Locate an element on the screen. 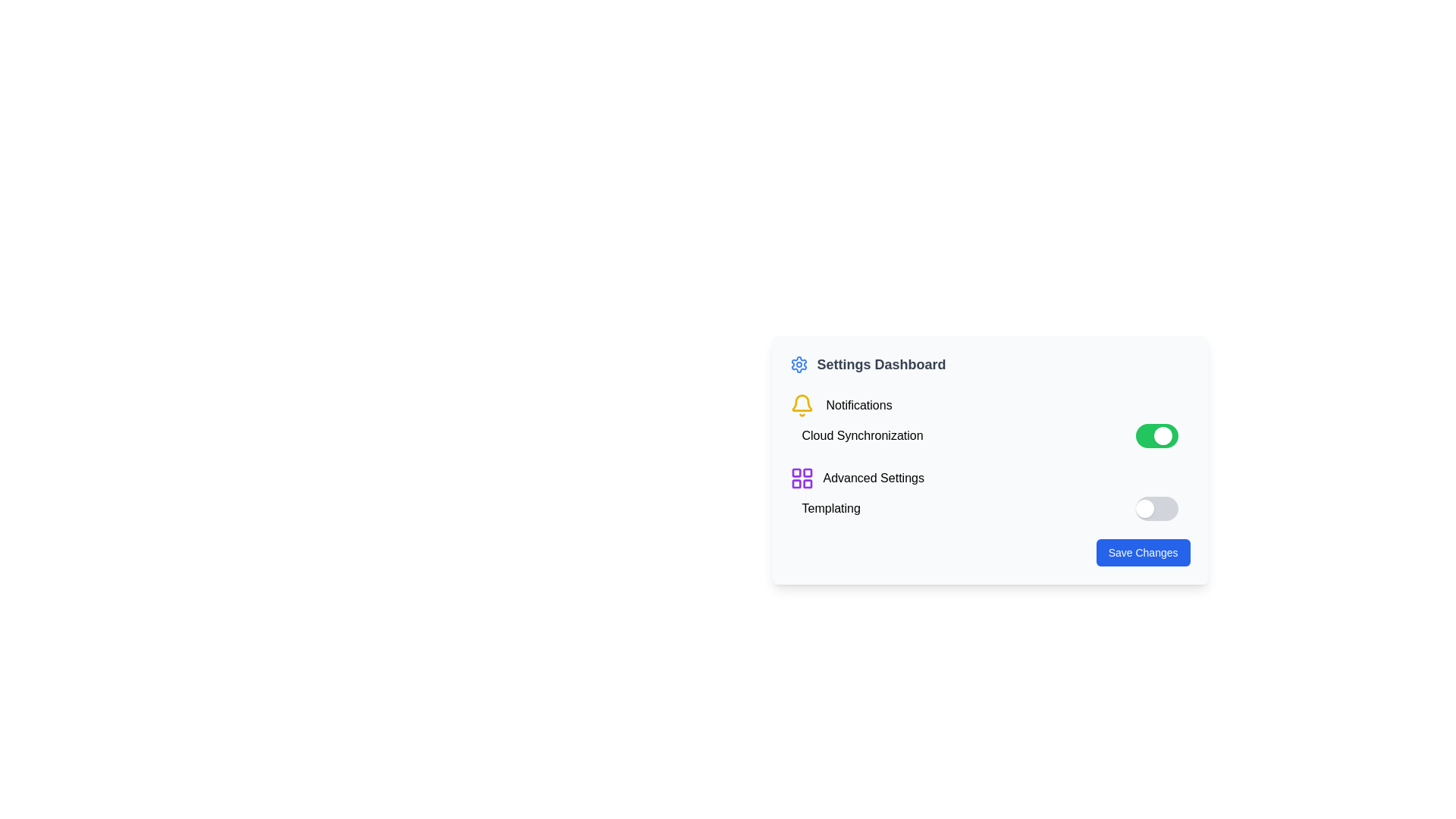 Image resolution: width=1456 pixels, height=819 pixels. notification bell icon element, which is a curved bell-shaped outline with a bright yellow hue located in the top-left corner of the visible settings panel is located at coordinates (801, 402).